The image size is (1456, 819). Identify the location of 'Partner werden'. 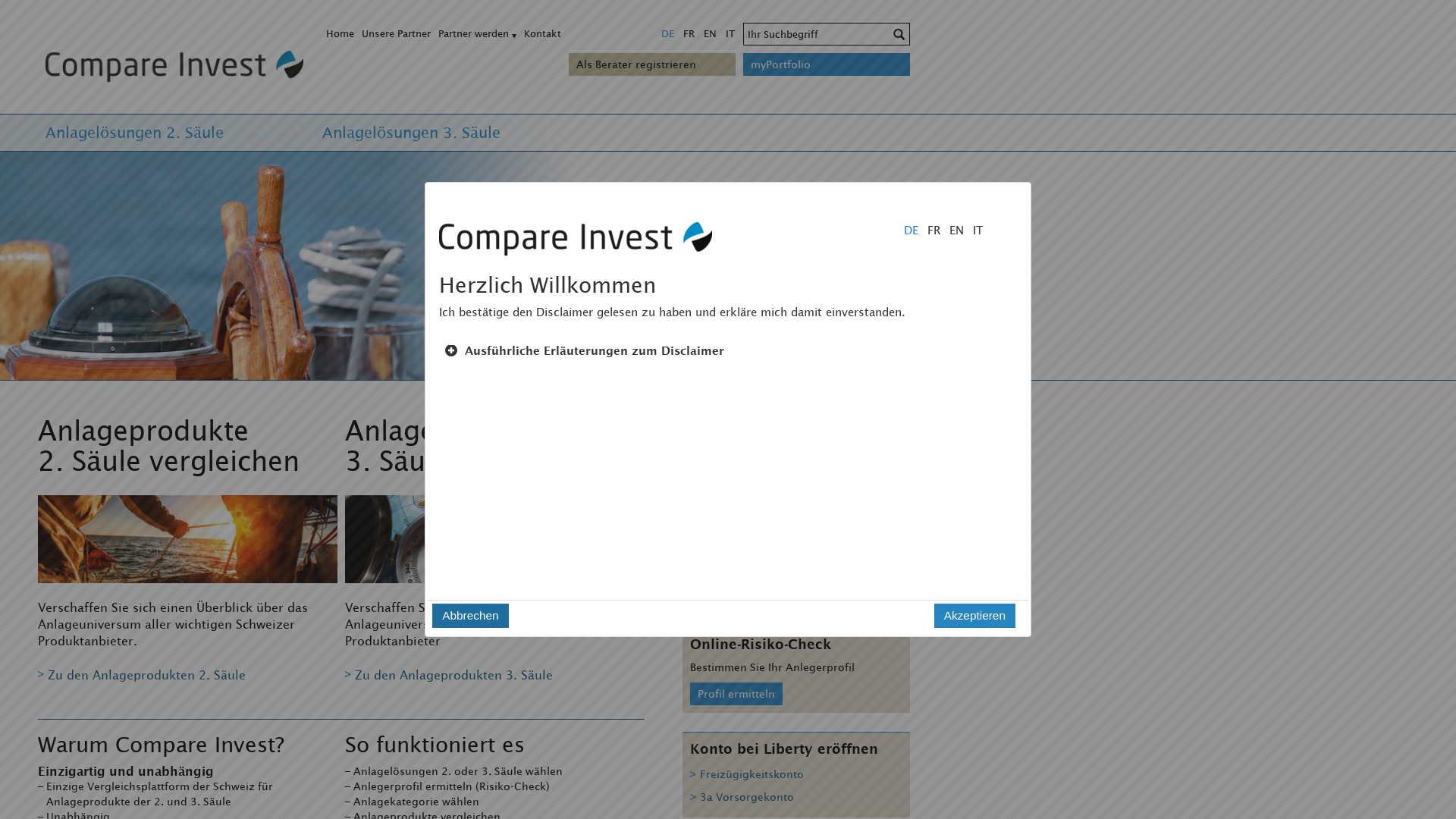
(472, 33).